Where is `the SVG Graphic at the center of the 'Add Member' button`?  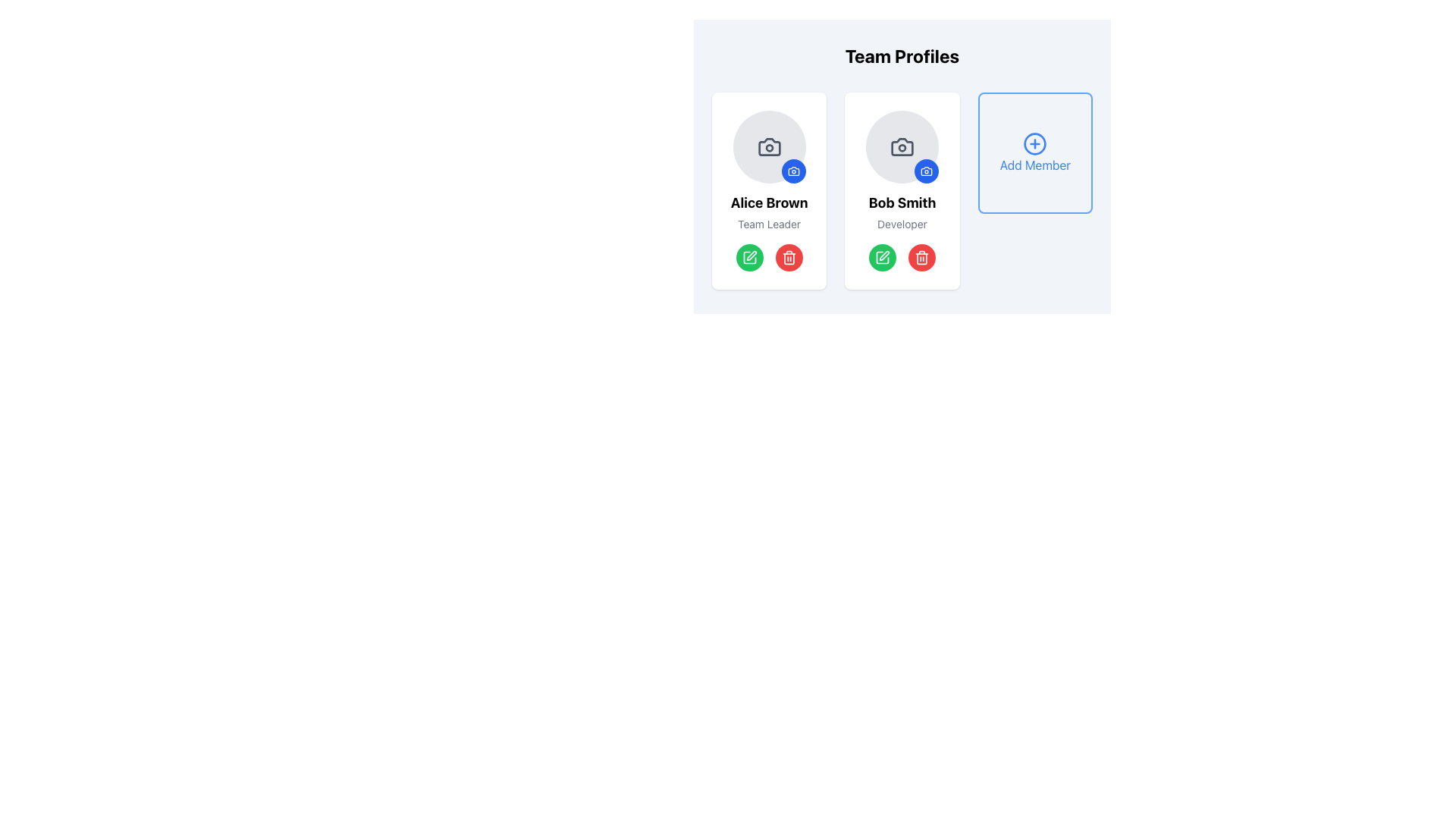
the SVG Graphic at the center of the 'Add Member' button is located at coordinates (1034, 143).